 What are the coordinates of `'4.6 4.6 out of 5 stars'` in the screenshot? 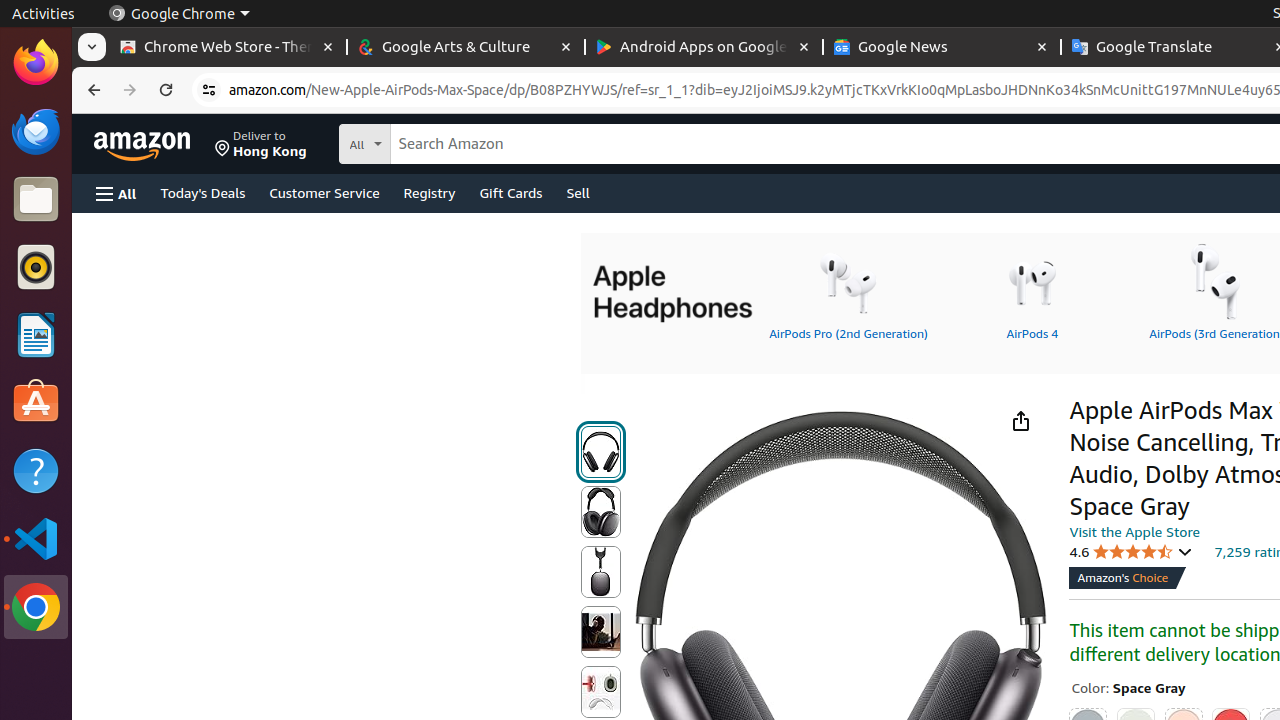 It's located at (1131, 551).